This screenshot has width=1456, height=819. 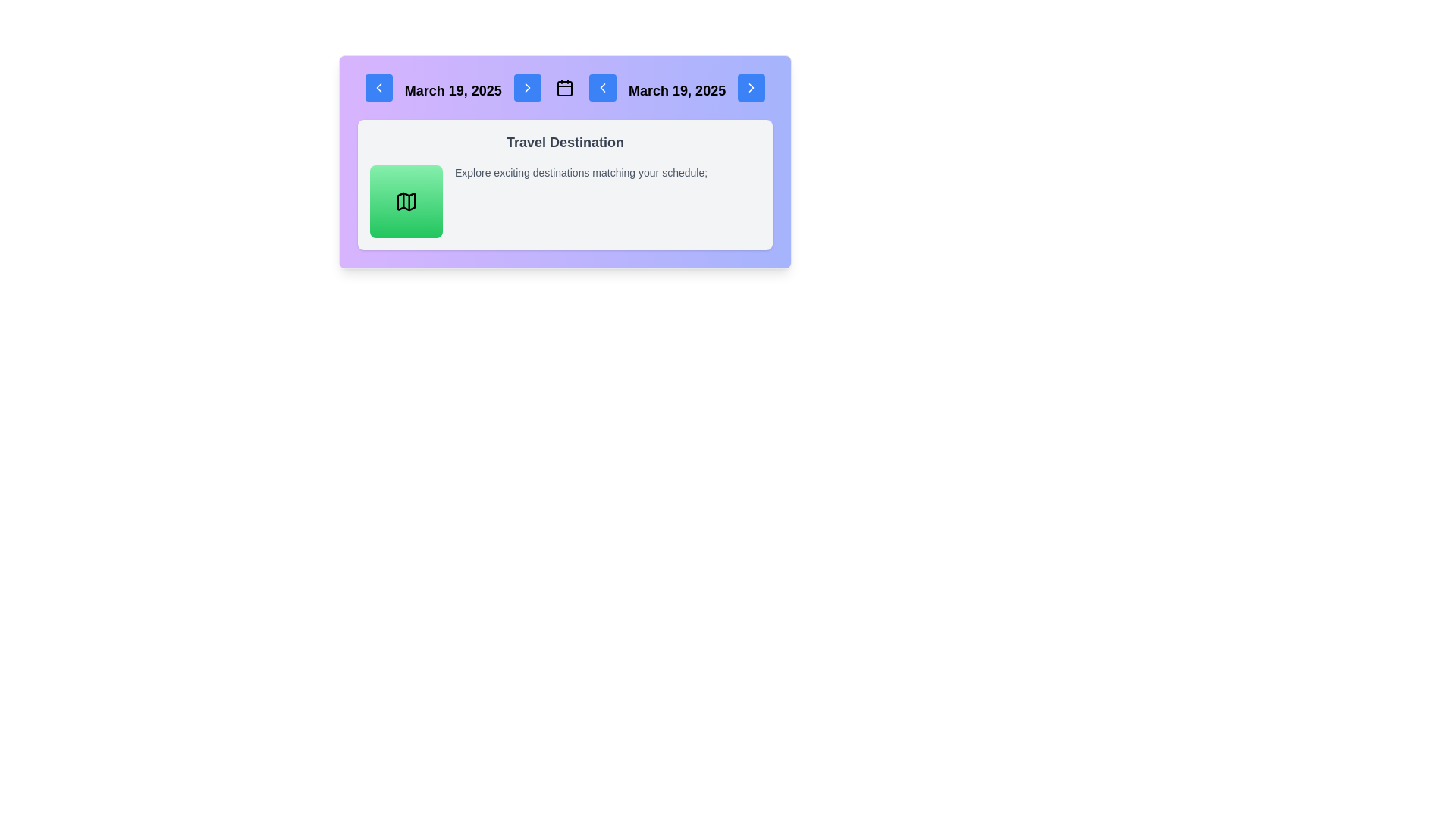 What do you see at coordinates (564, 88) in the screenshot?
I see `the decorative component within the SVG-based calendar icon located at the top center section of the UI, between the date texts 'March 19, 2025'` at bounding box center [564, 88].